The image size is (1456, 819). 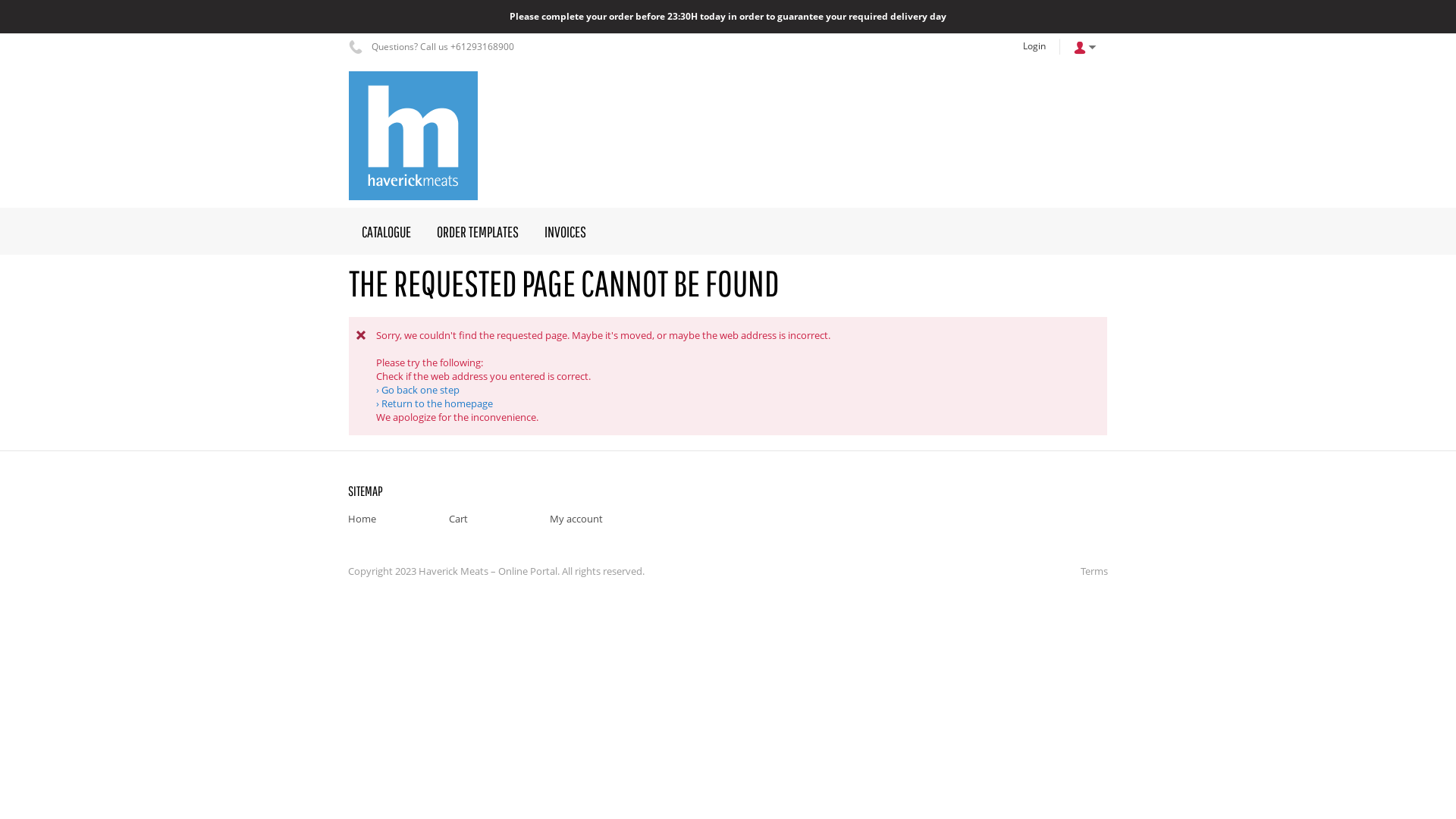 I want to click on 'Cart', so click(x=447, y=517).